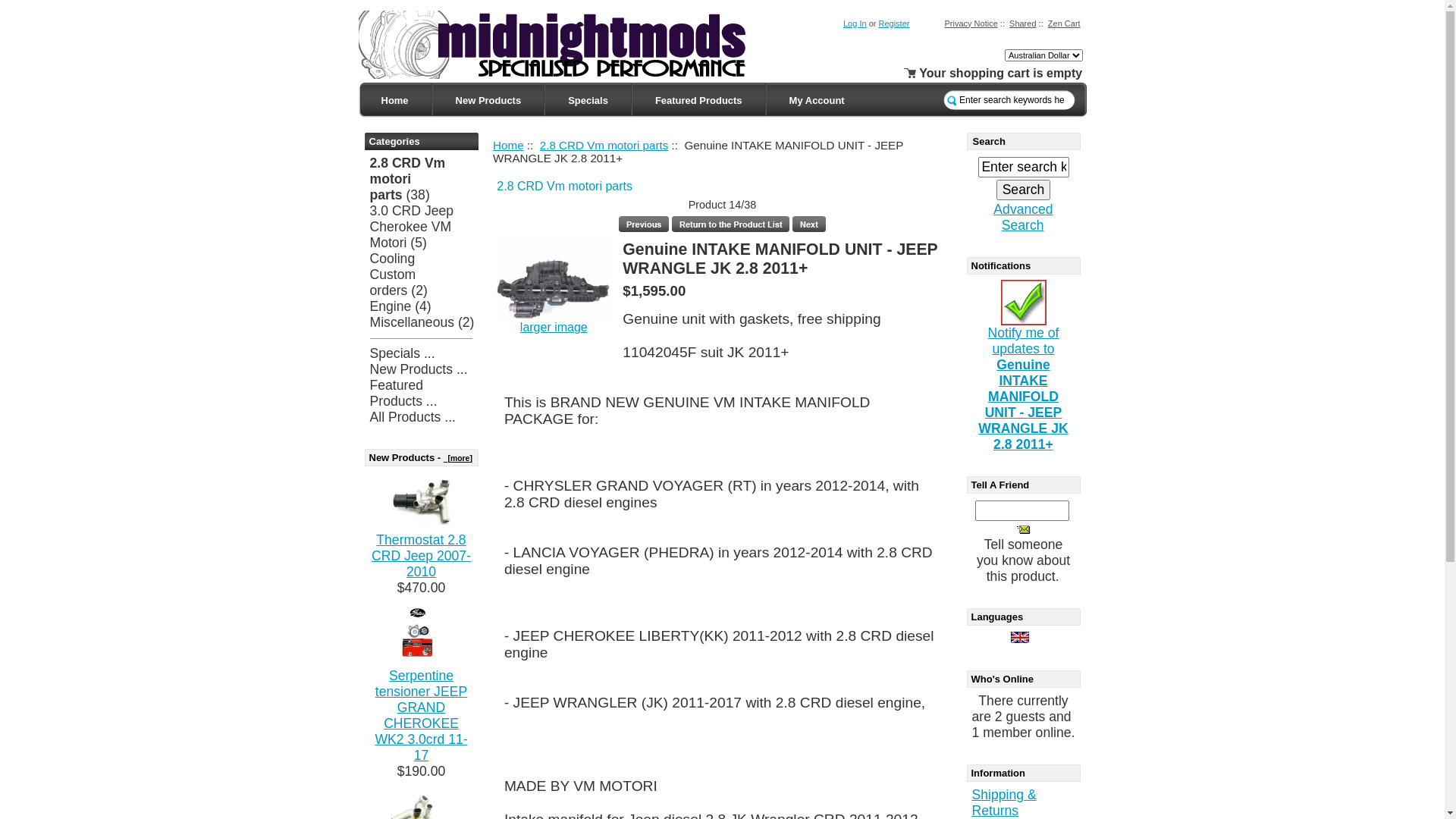 The width and height of the screenshot is (1456, 819). Describe the element at coordinates (412, 227) in the screenshot. I see `'3.0 CRD Jeep Cherokee VM Motori'` at that location.